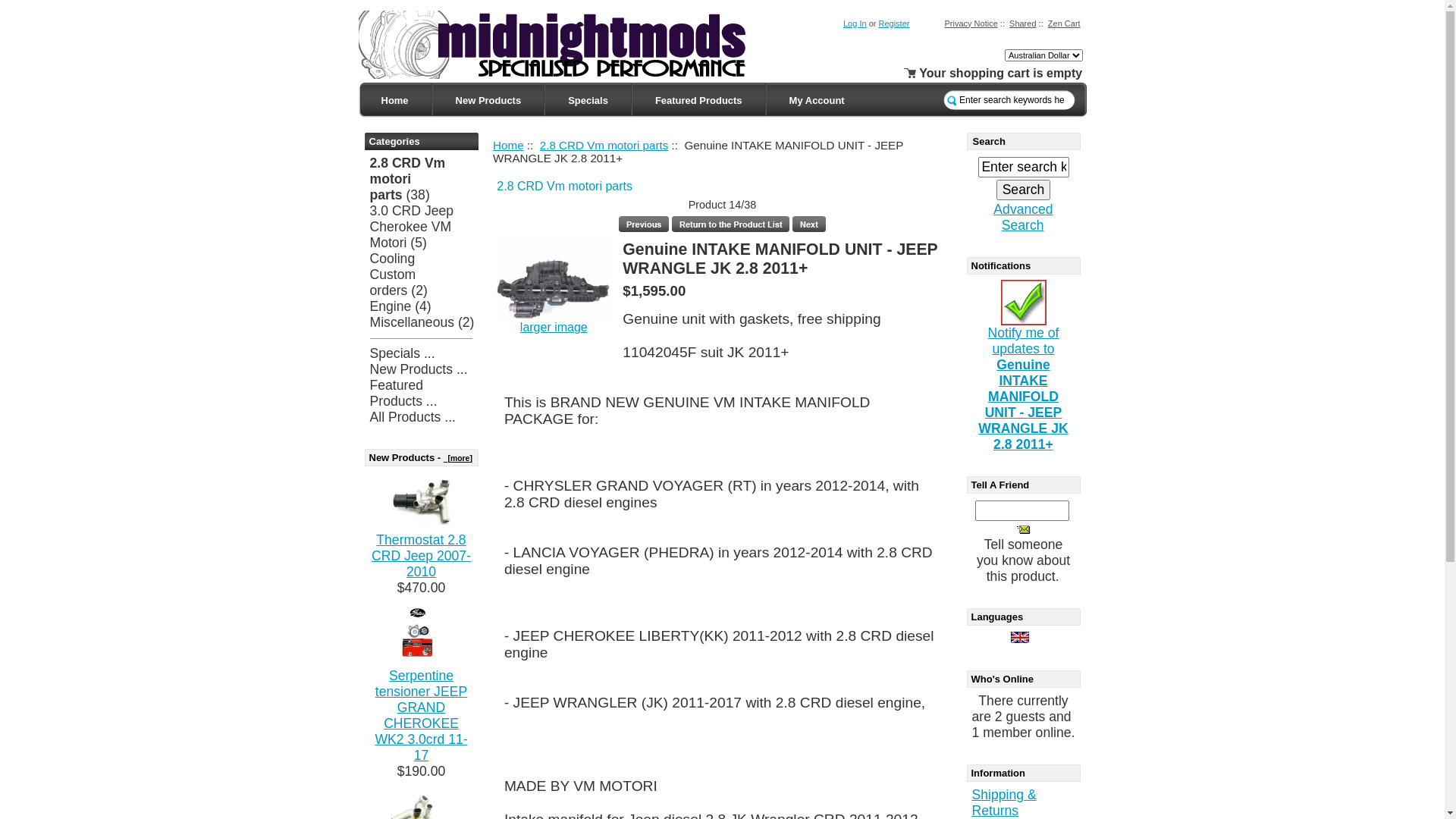 The width and height of the screenshot is (1456, 819). Describe the element at coordinates (412, 227) in the screenshot. I see `'3.0 CRD Jeep Cherokee VM Motori'` at that location.